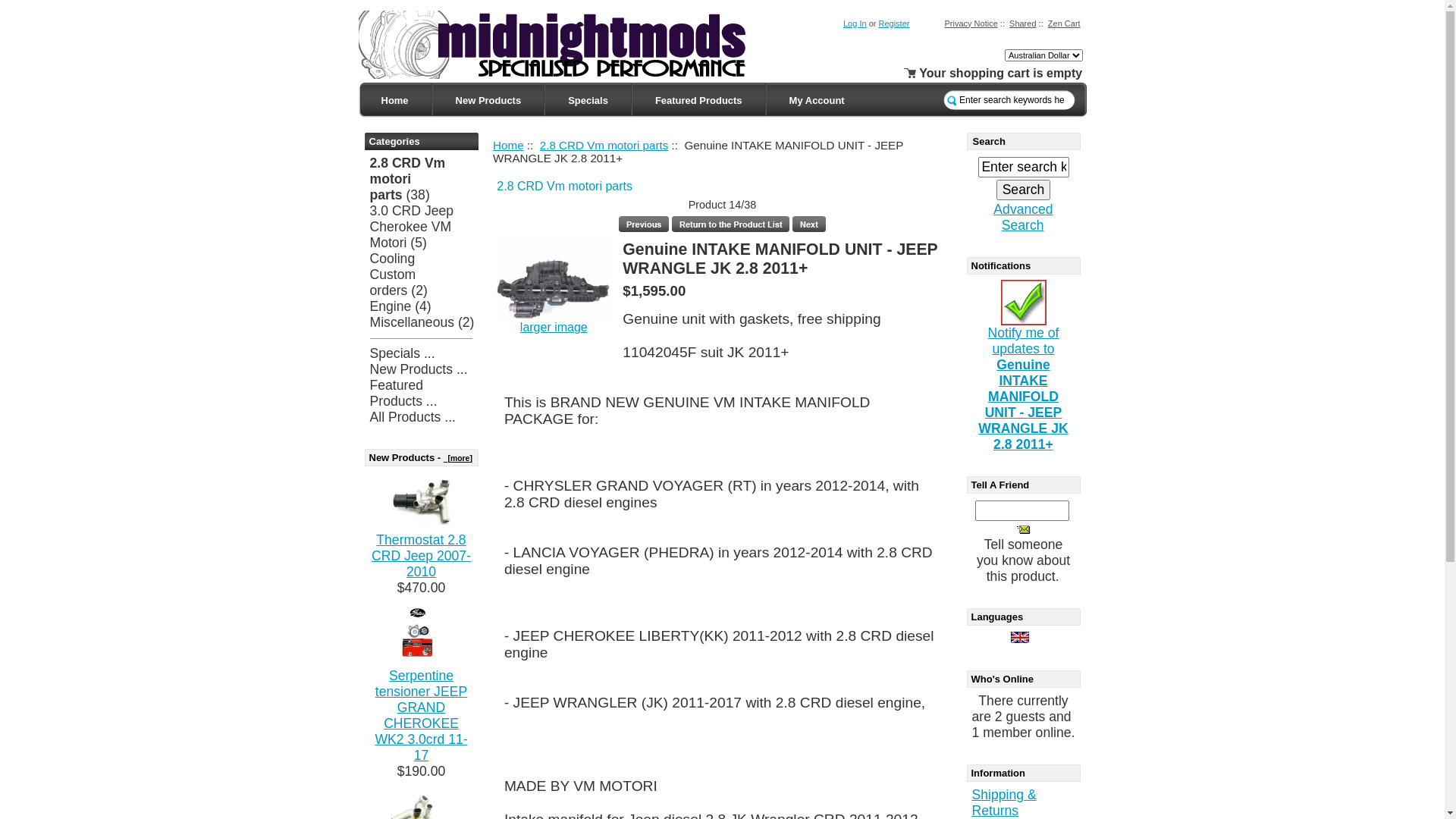 The width and height of the screenshot is (1456, 819). Describe the element at coordinates (412, 227) in the screenshot. I see `'3.0 CRD Jeep Cherokee VM Motori'` at that location.